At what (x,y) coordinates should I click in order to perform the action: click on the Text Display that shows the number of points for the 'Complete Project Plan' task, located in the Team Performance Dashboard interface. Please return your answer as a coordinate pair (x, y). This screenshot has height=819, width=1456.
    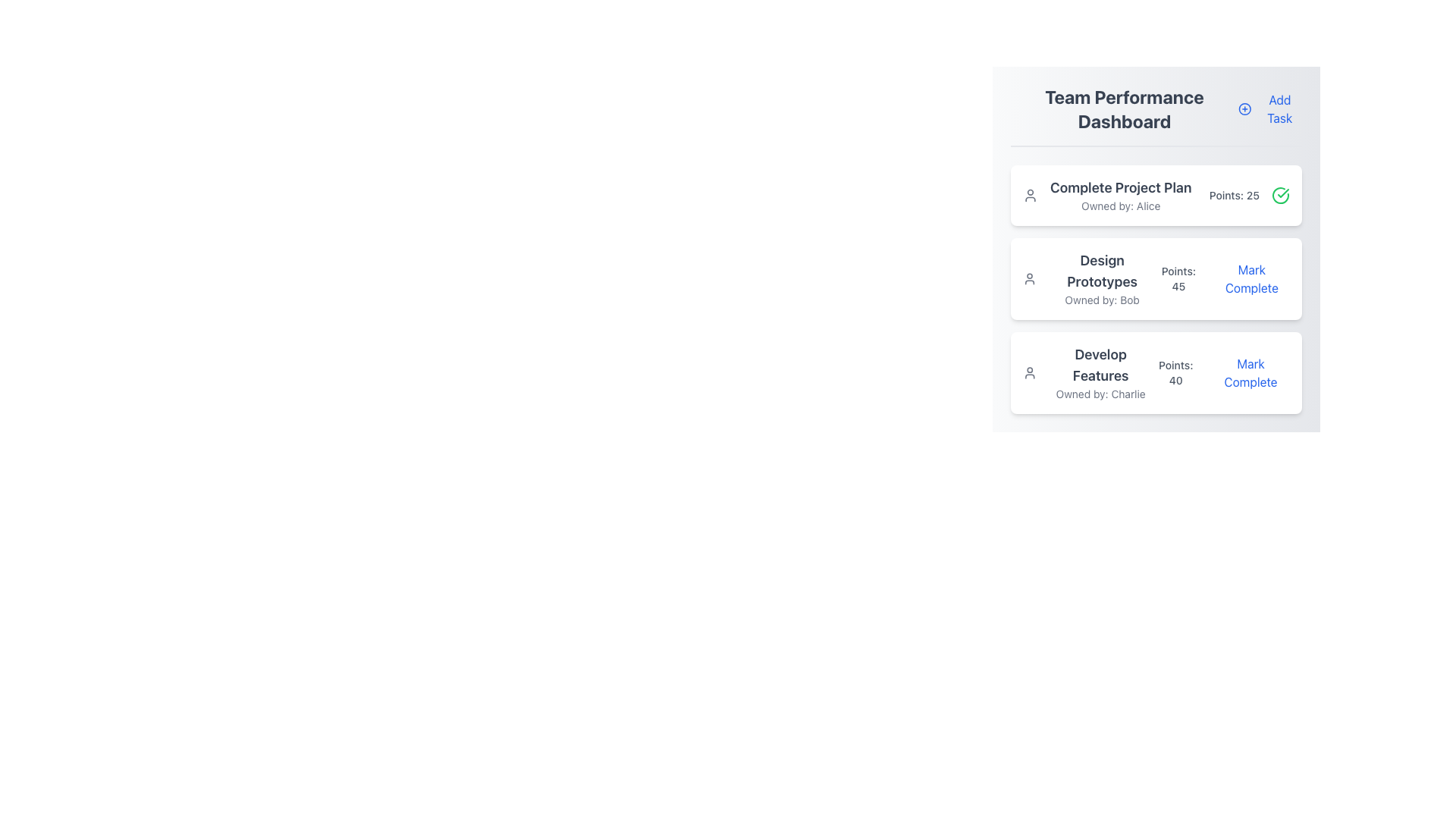
    Looking at the image, I should click on (1234, 195).